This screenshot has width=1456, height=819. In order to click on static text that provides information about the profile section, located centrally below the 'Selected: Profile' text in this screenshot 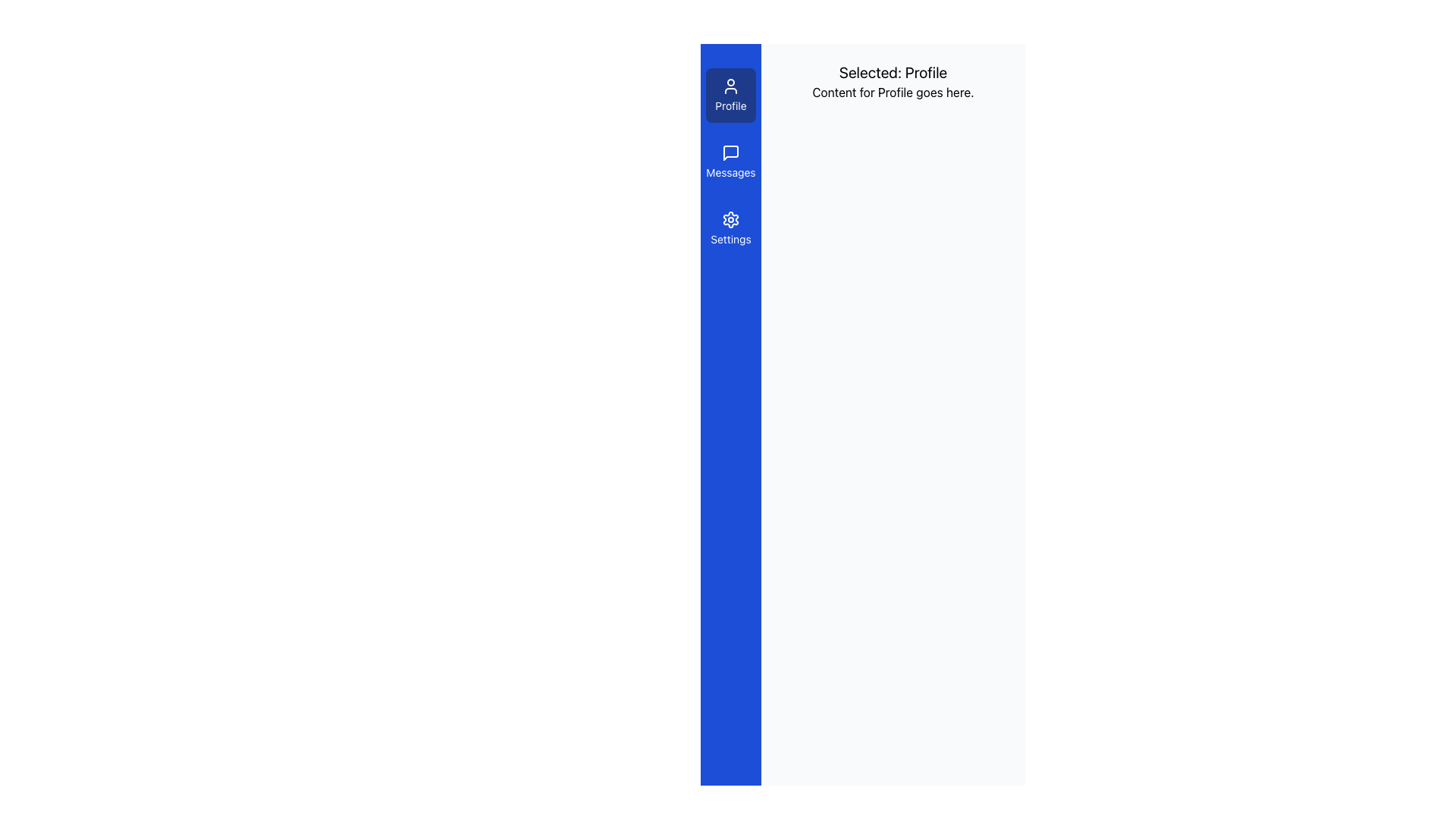, I will do `click(893, 93)`.